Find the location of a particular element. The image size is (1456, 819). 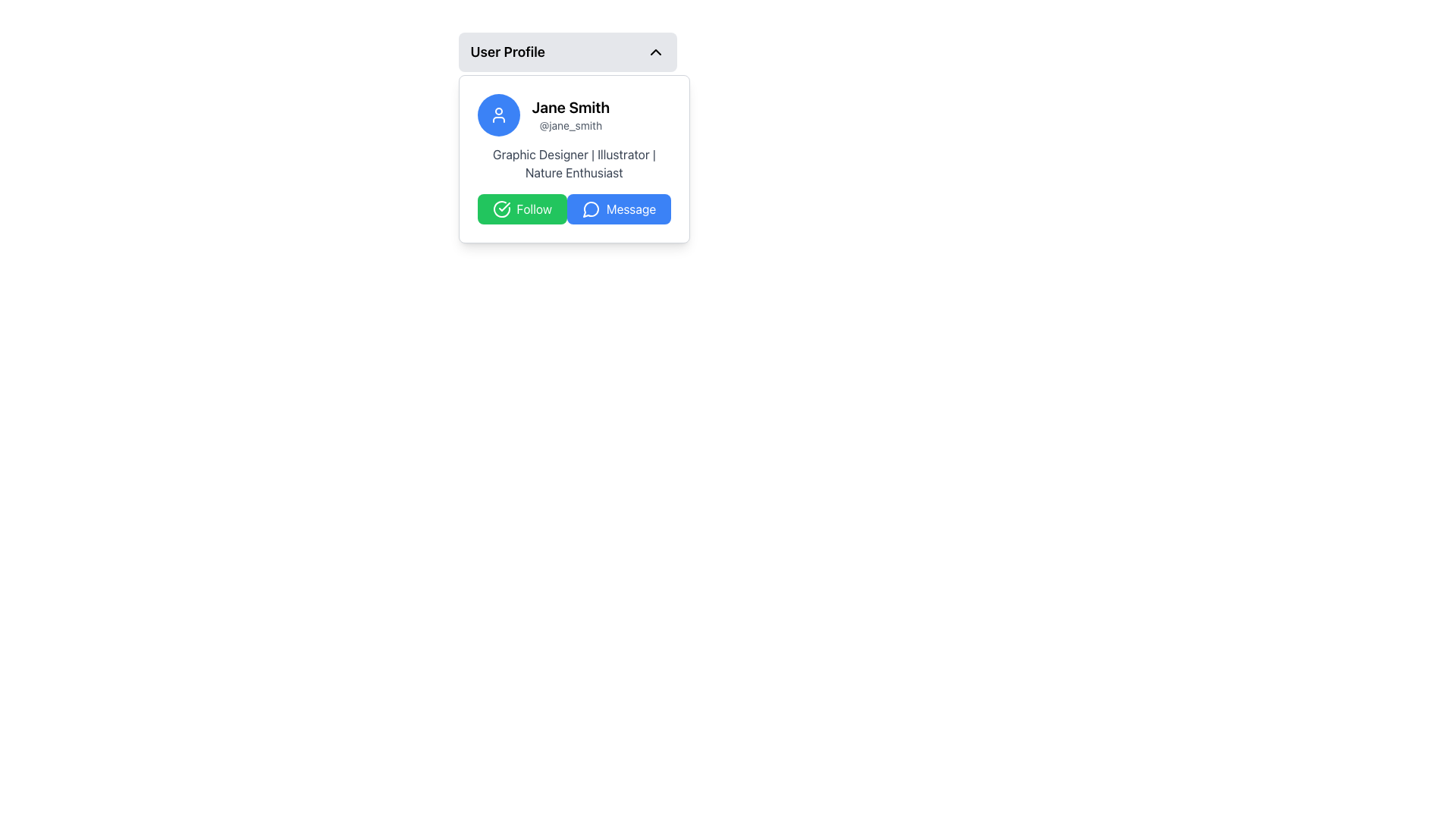

the circular green icon with a checkmark symbol, which is located to the left of the 'Follow' button in the lower half of the user profile card is located at coordinates (501, 209).